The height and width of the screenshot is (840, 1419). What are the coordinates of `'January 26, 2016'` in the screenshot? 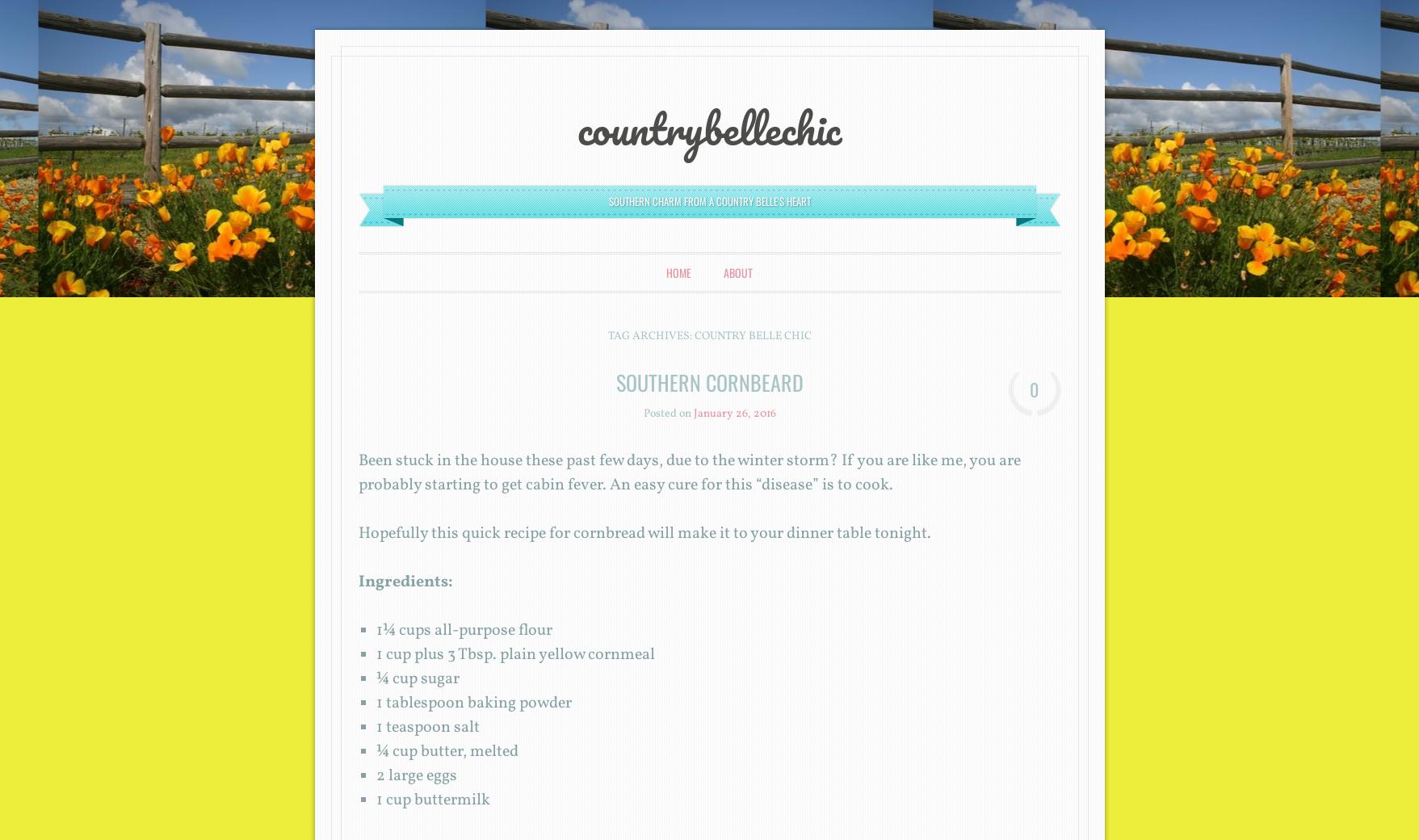 It's located at (733, 414).